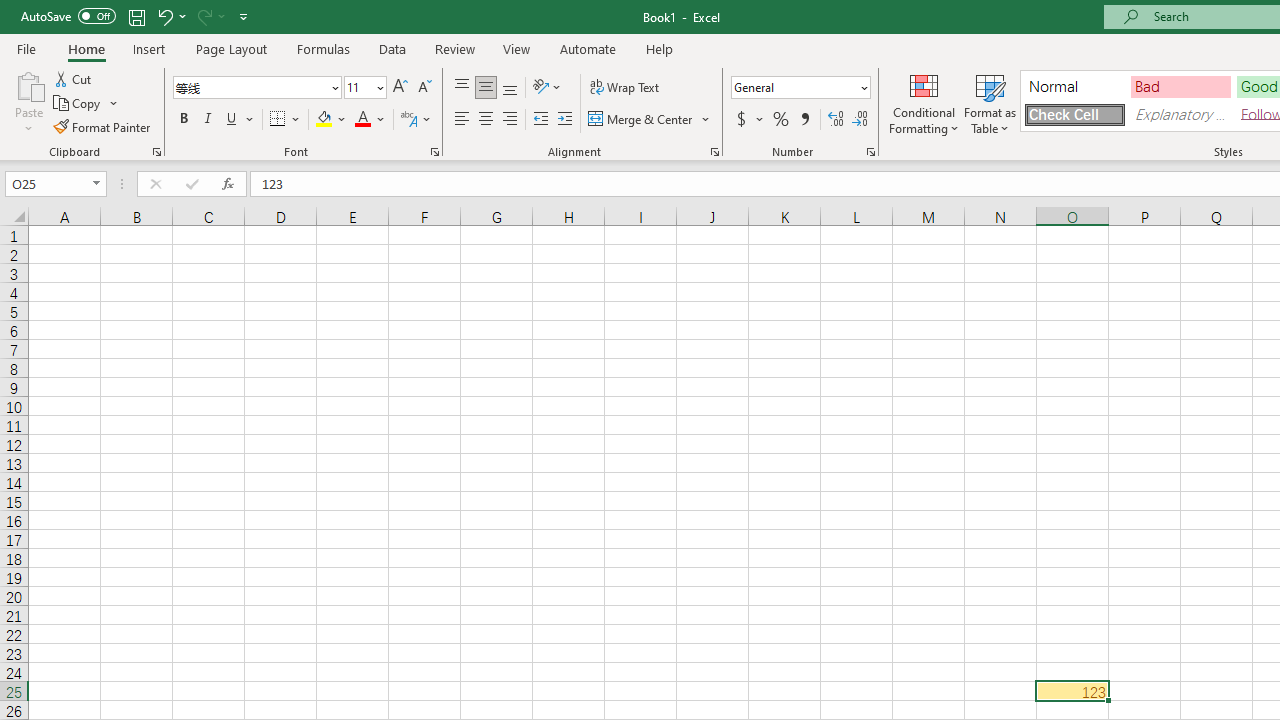  I want to click on 'Bold', so click(183, 119).